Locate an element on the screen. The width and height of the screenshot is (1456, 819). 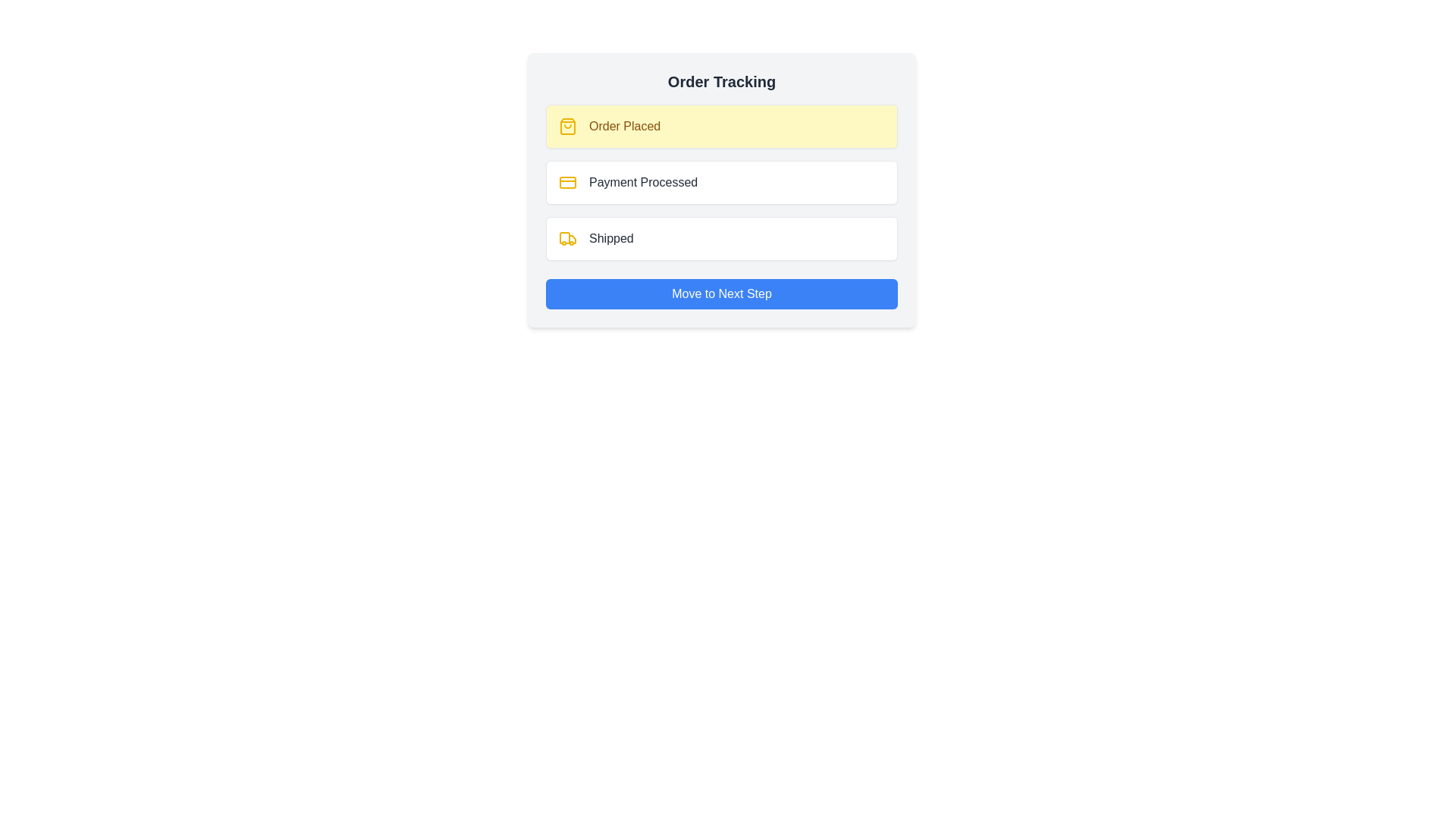
the text label indicating 'Order Placed' status in the order tracking list, which is located to the right of a small yellow icon within the card titled 'Order Tracking' is located at coordinates (625, 125).